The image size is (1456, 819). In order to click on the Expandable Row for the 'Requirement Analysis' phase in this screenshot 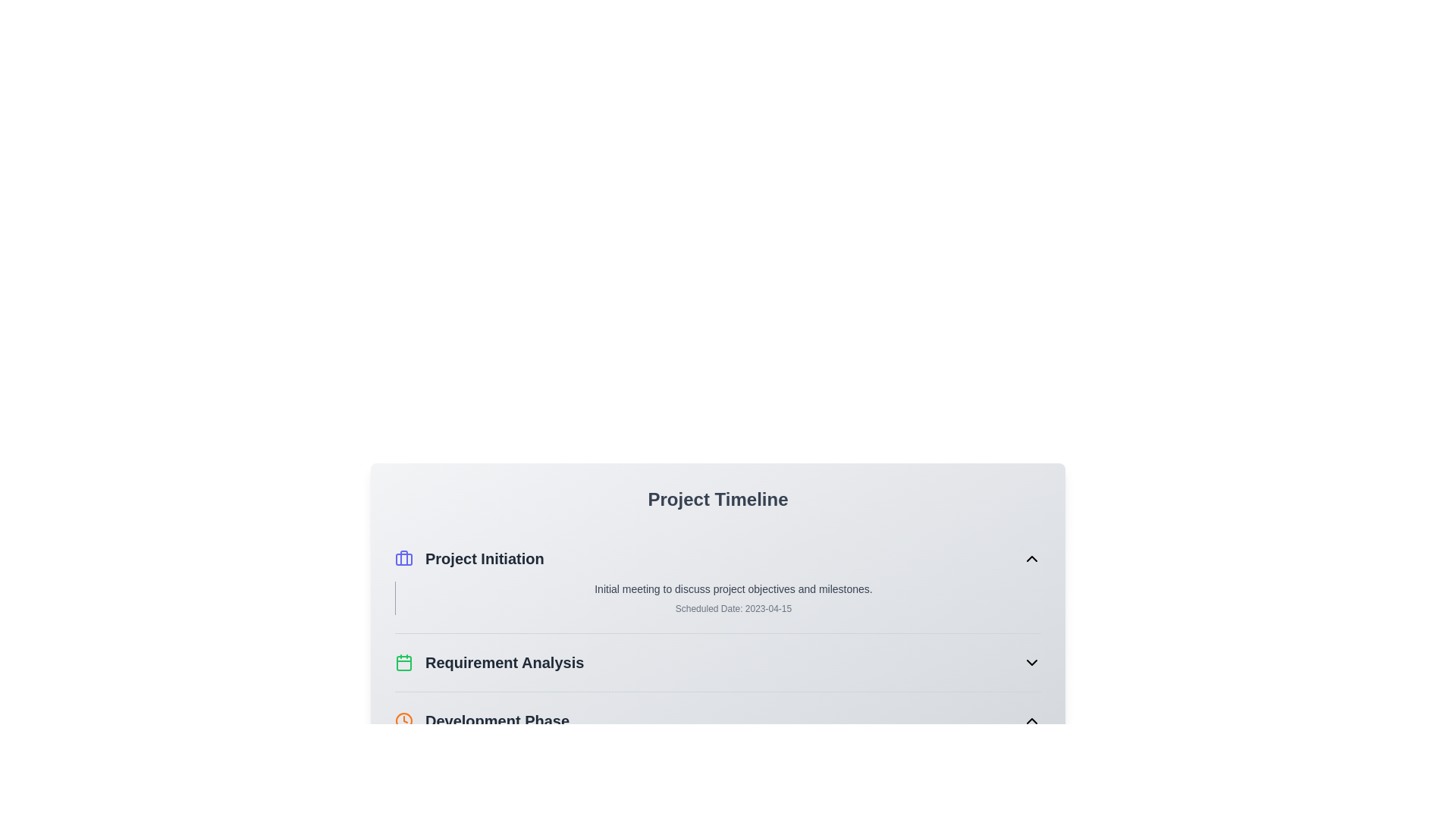, I will do `click(717, 662)`.